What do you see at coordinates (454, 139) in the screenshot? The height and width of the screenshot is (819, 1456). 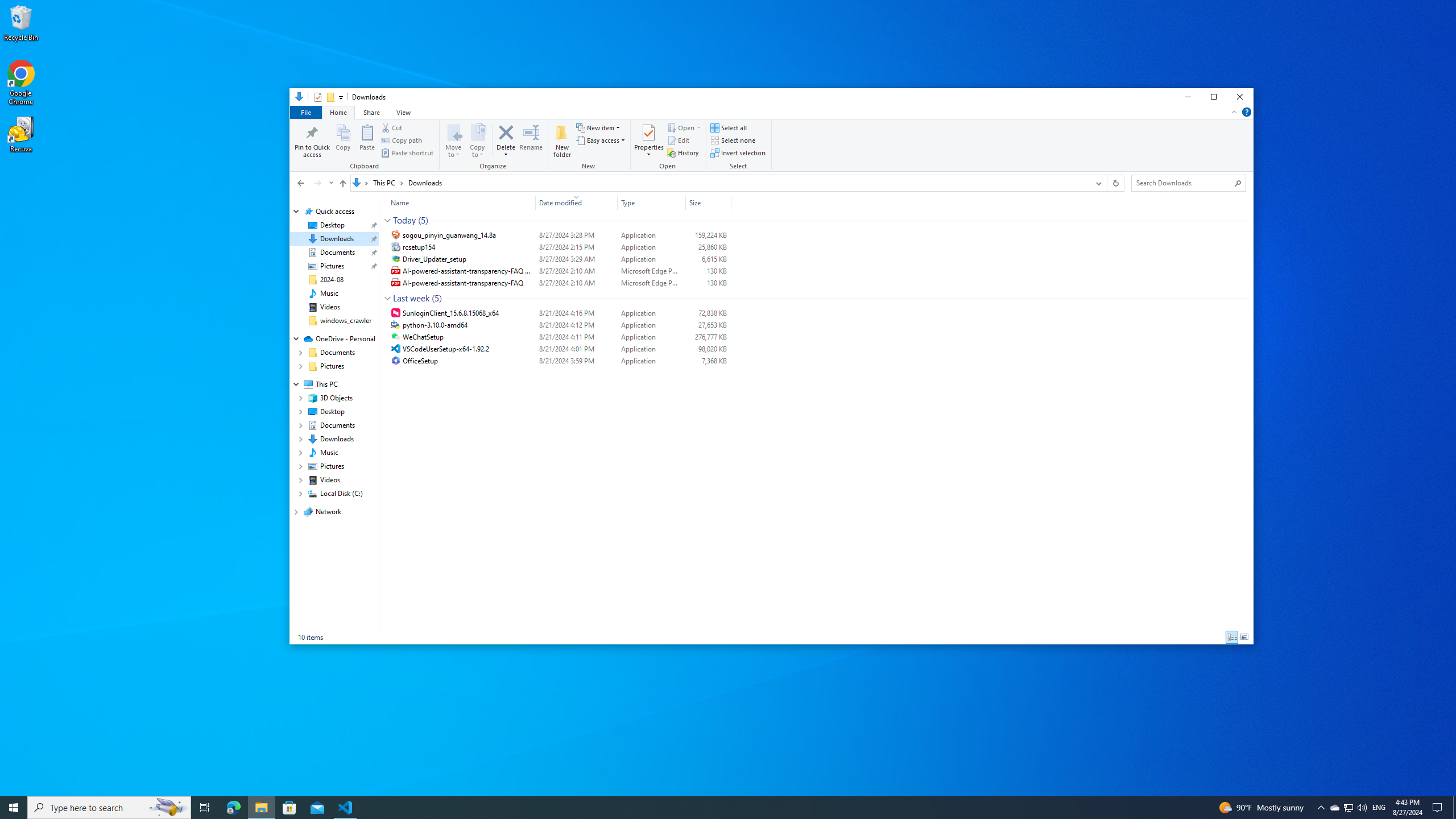 I see `'Move to'` at bounding box center [454, 139].